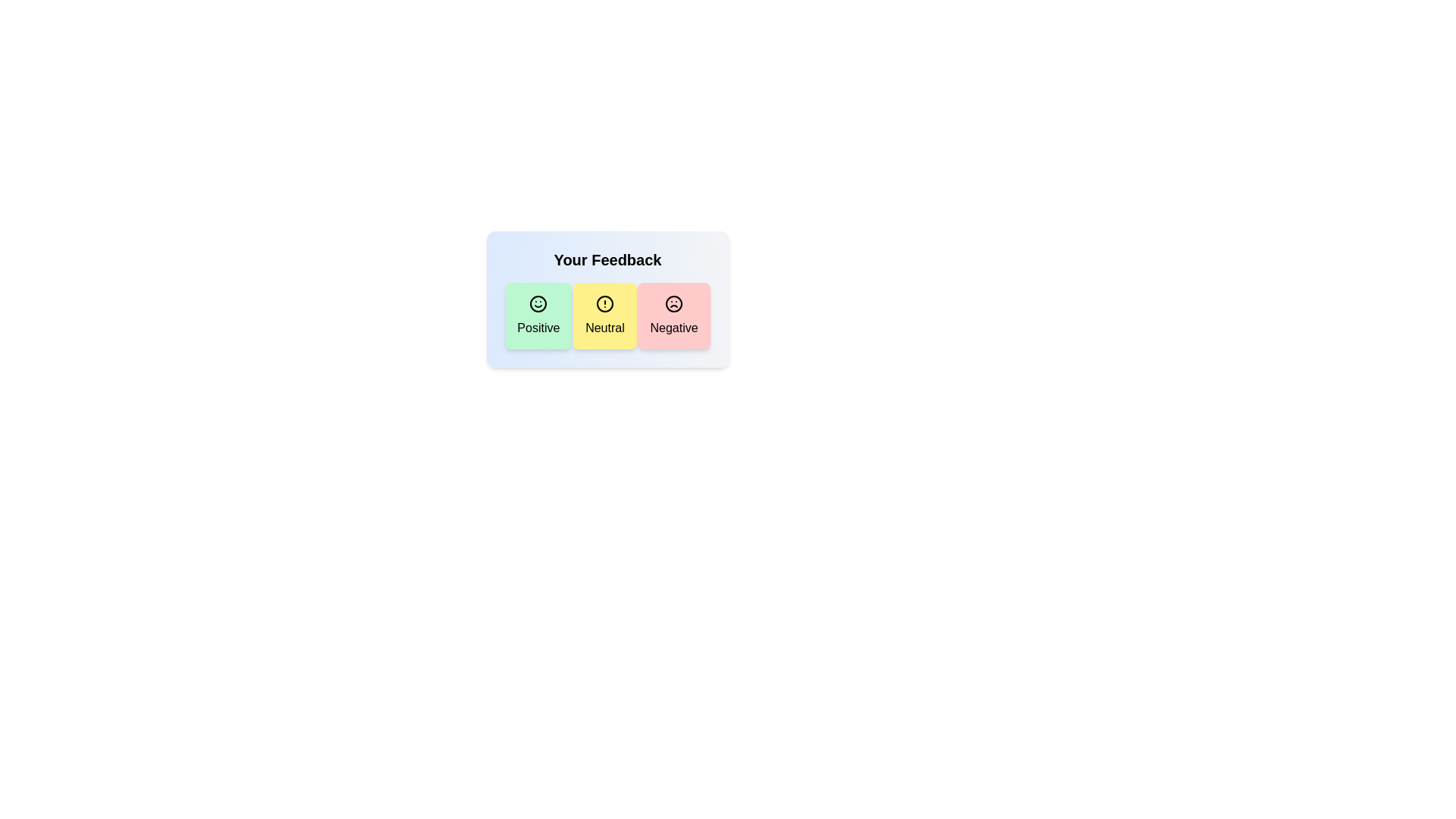 The width and height of the screenshot is (1456, 819). Describe the element at coordinates (538, 304) in the screenshot. I see `the Circle element that represents the 'Positive' feedback option in the feedback selection interface` at that location.